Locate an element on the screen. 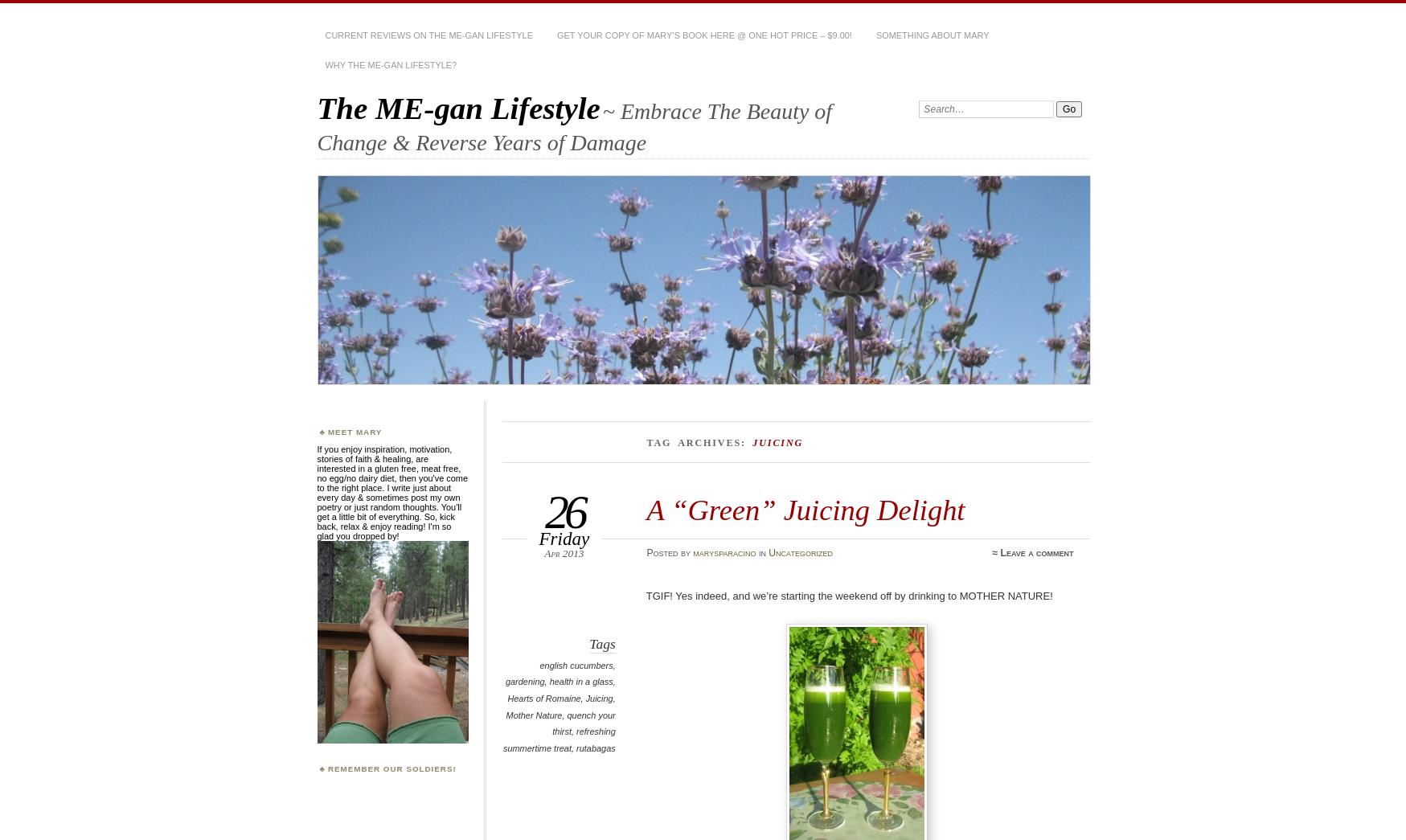  'A “Green” Juicing Delight' is located at coordinates (805, 509).